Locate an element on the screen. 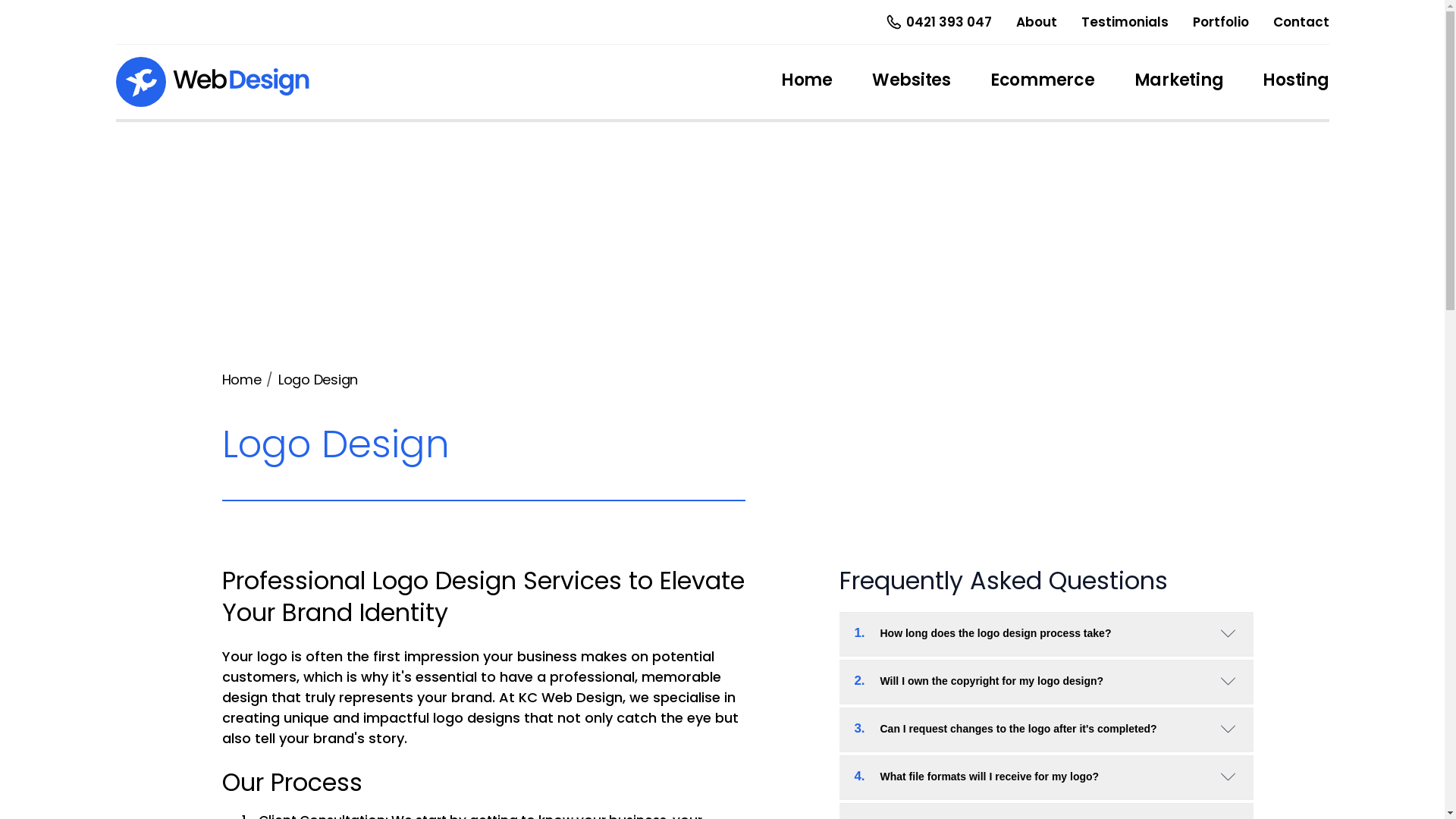 This screenshot has height=819, width=1456. 'Contact' is located at coordinates (1272, 21).